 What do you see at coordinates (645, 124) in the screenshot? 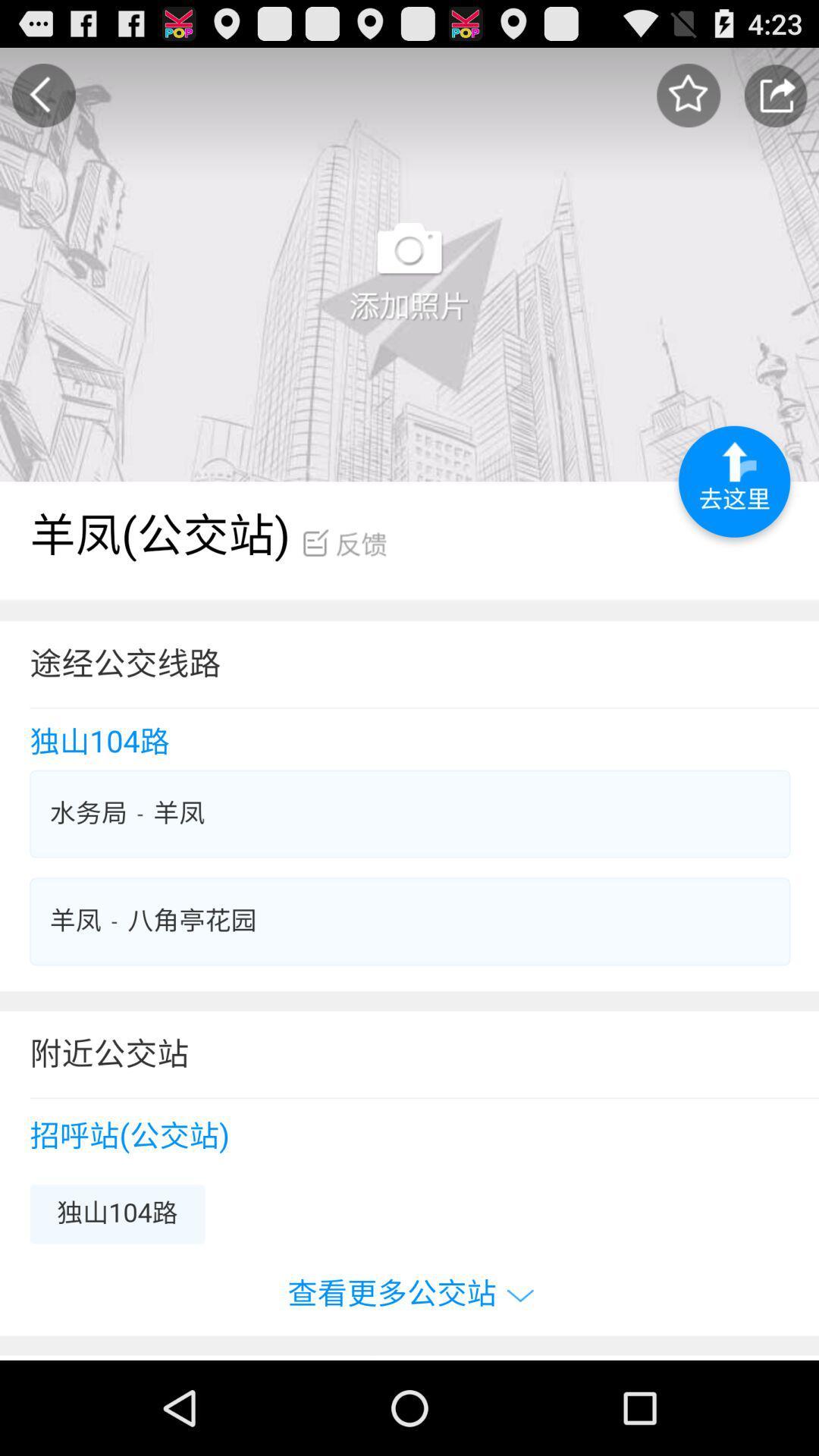
I see `the star icon` at bounding box center [645, 124].